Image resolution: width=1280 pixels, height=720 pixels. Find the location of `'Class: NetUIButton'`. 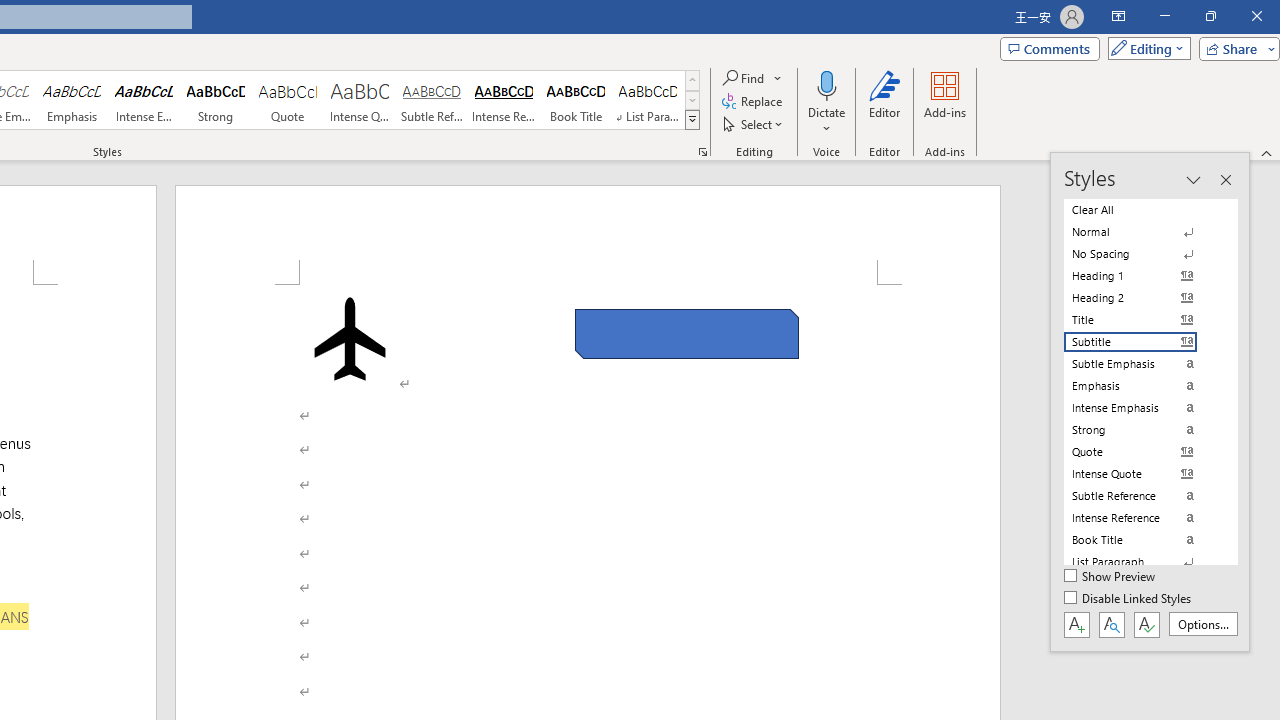

'Class: NetUIButton' is located at coordinates (1146, 623).